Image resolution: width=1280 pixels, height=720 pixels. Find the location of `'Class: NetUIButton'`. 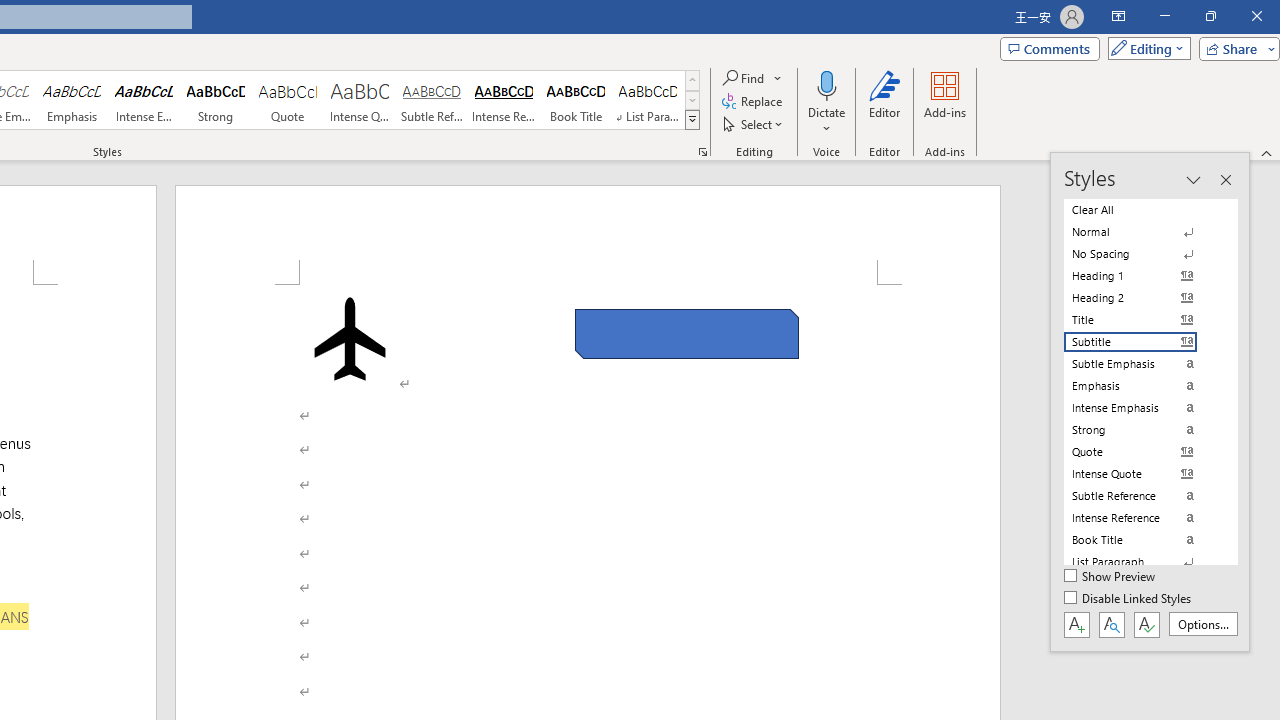

'Class: NetUIButton' is located at coordinates (1146, 623).